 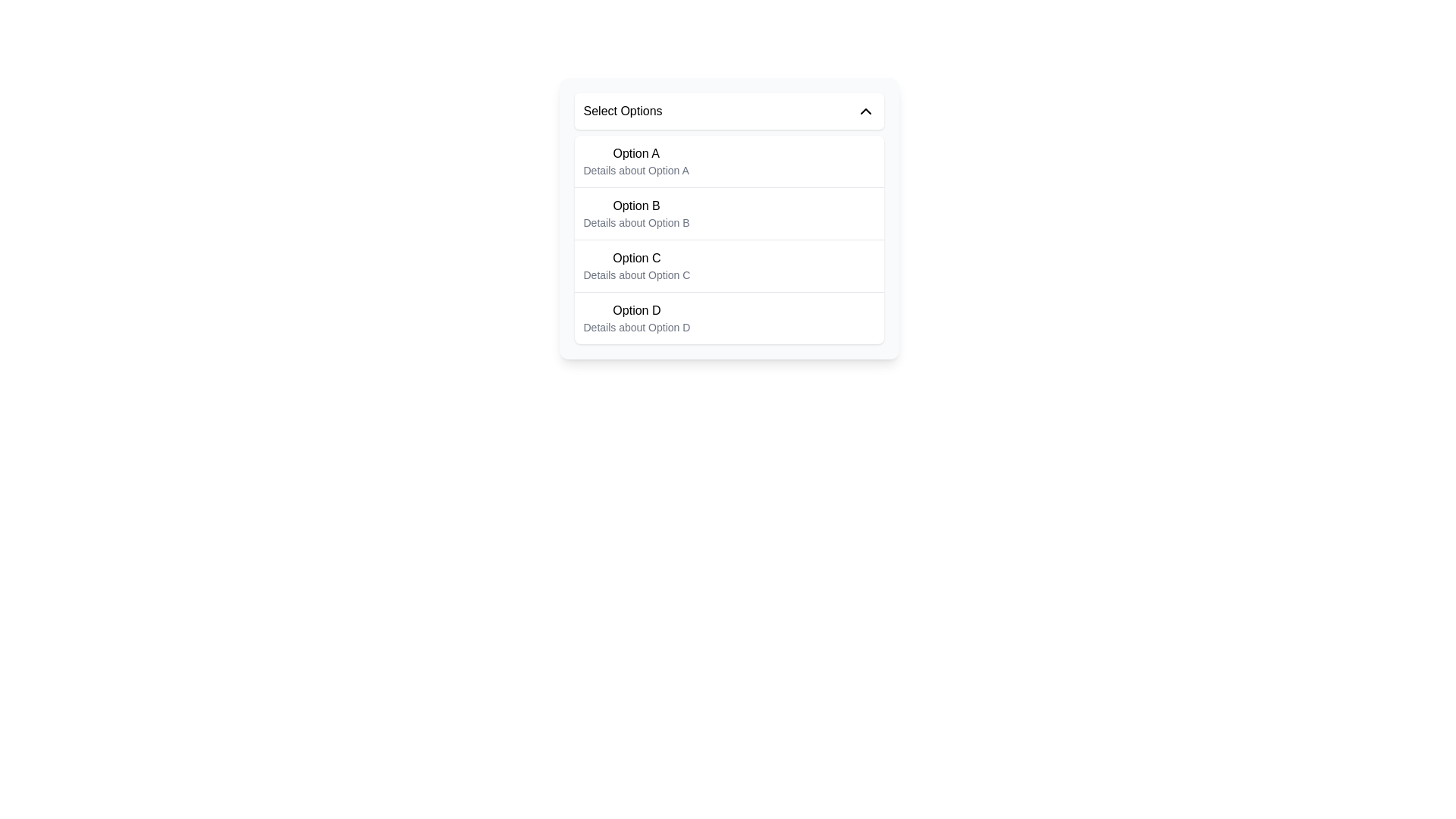 What do you see at coordinates (729, 161) in the screenshot?
I see `the first selectable option 'Option A' in the dropdown menu` at bounding box center [729, 161].